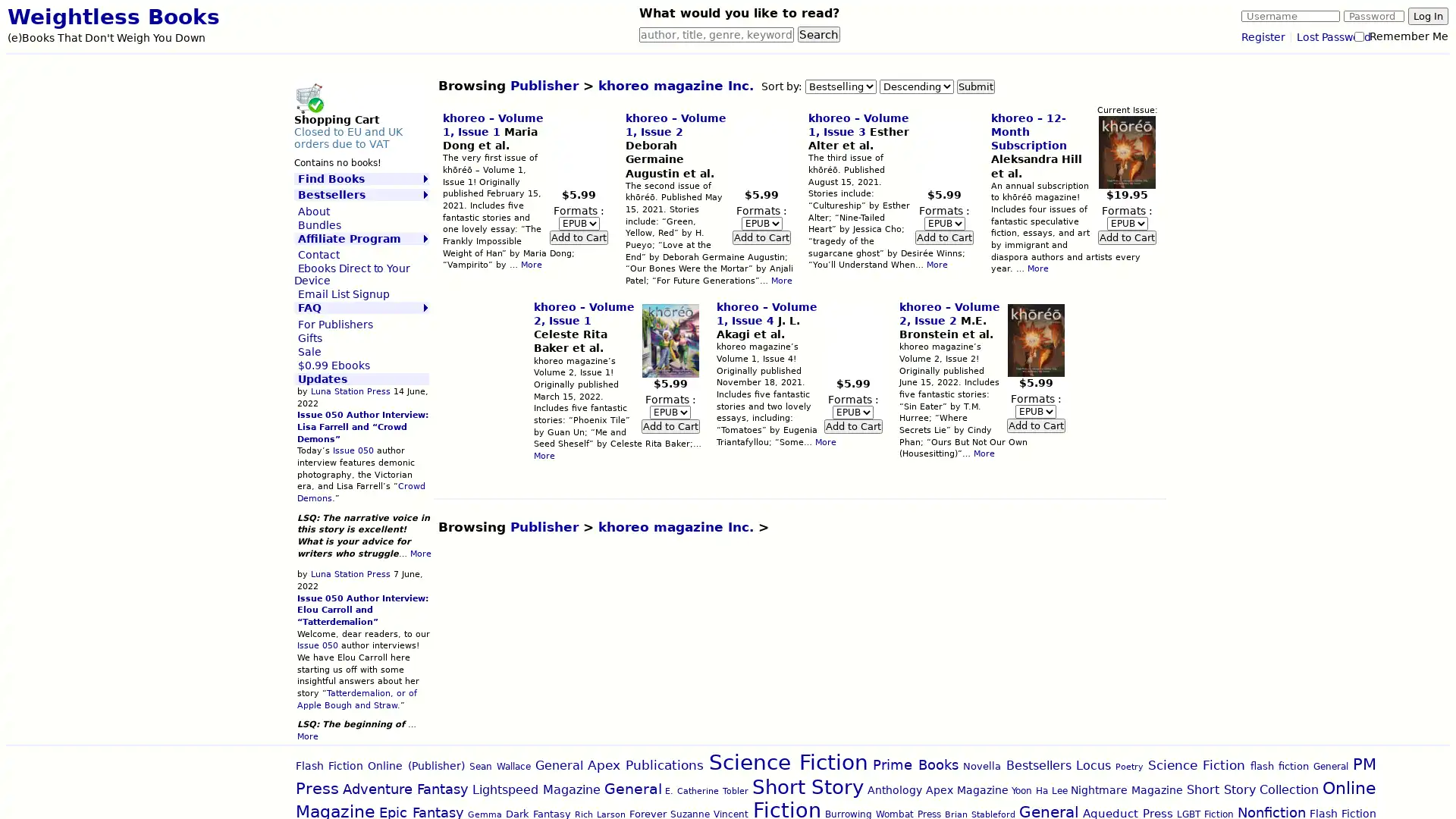 The height and width of the screenshot is (819, 1456). What do you see at coordinates (578, 237) in the screenshot?
I see `Add to Cart` at bounding box center [578, 237].